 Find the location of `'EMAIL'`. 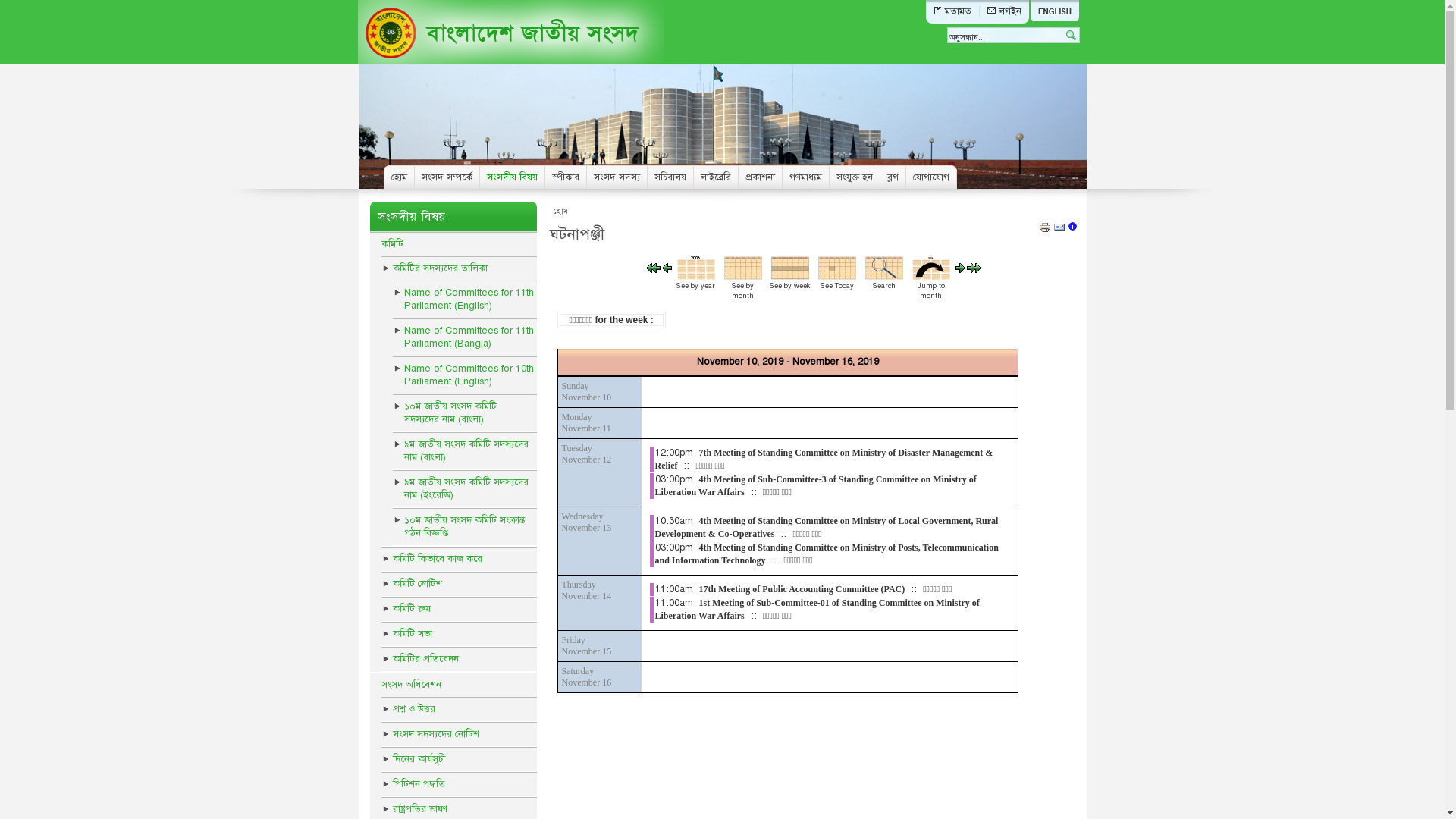

'EMAIL' is located at coordinates (1058, 231).